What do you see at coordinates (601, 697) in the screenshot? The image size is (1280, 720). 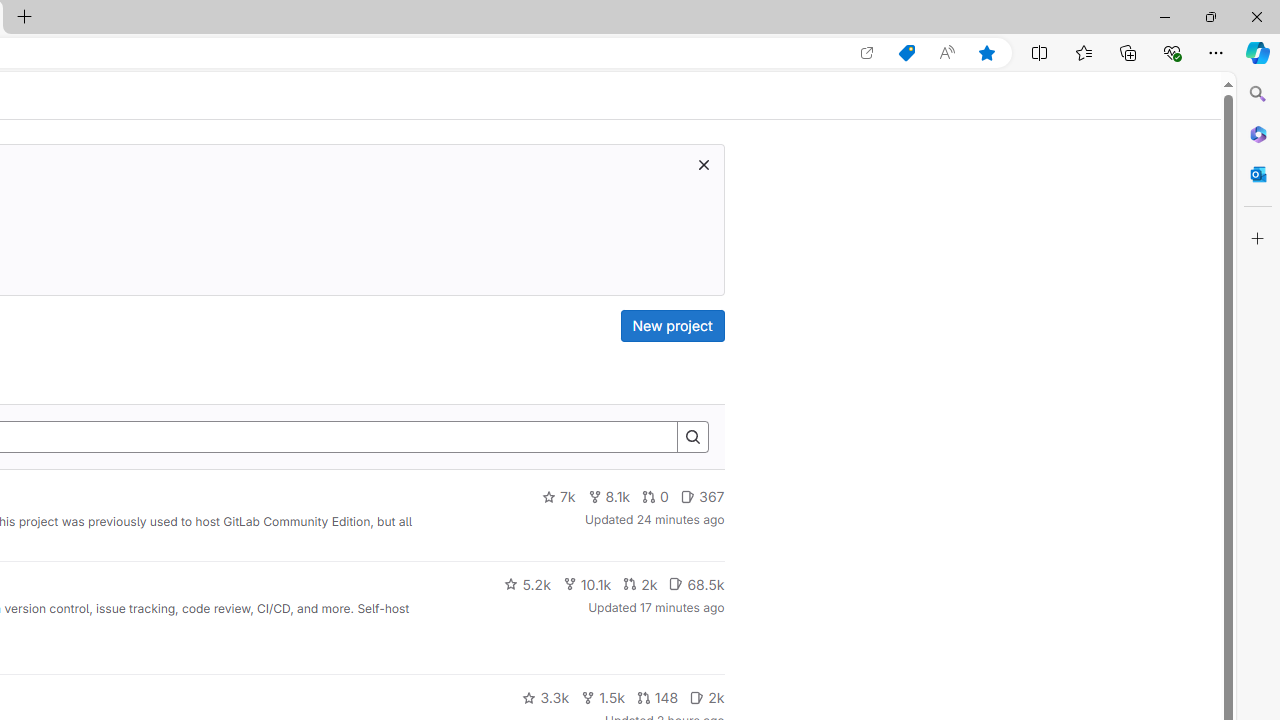 I see `'1.5k'` at bounding box center [601, 697].